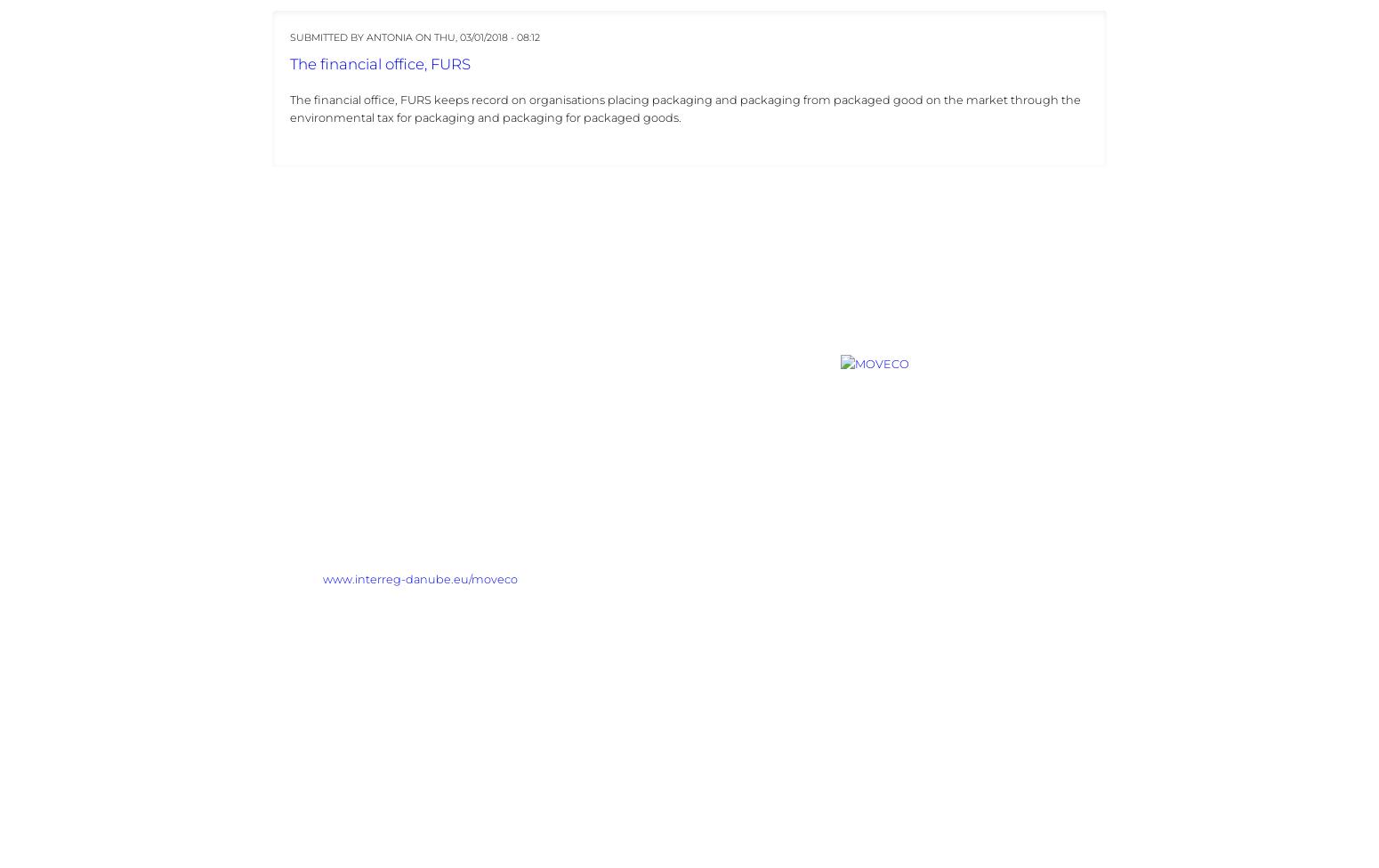  Describe the element at coordinates (271, 497) in the screenshot. I see `'Acronym: MOVECO'` at that location.